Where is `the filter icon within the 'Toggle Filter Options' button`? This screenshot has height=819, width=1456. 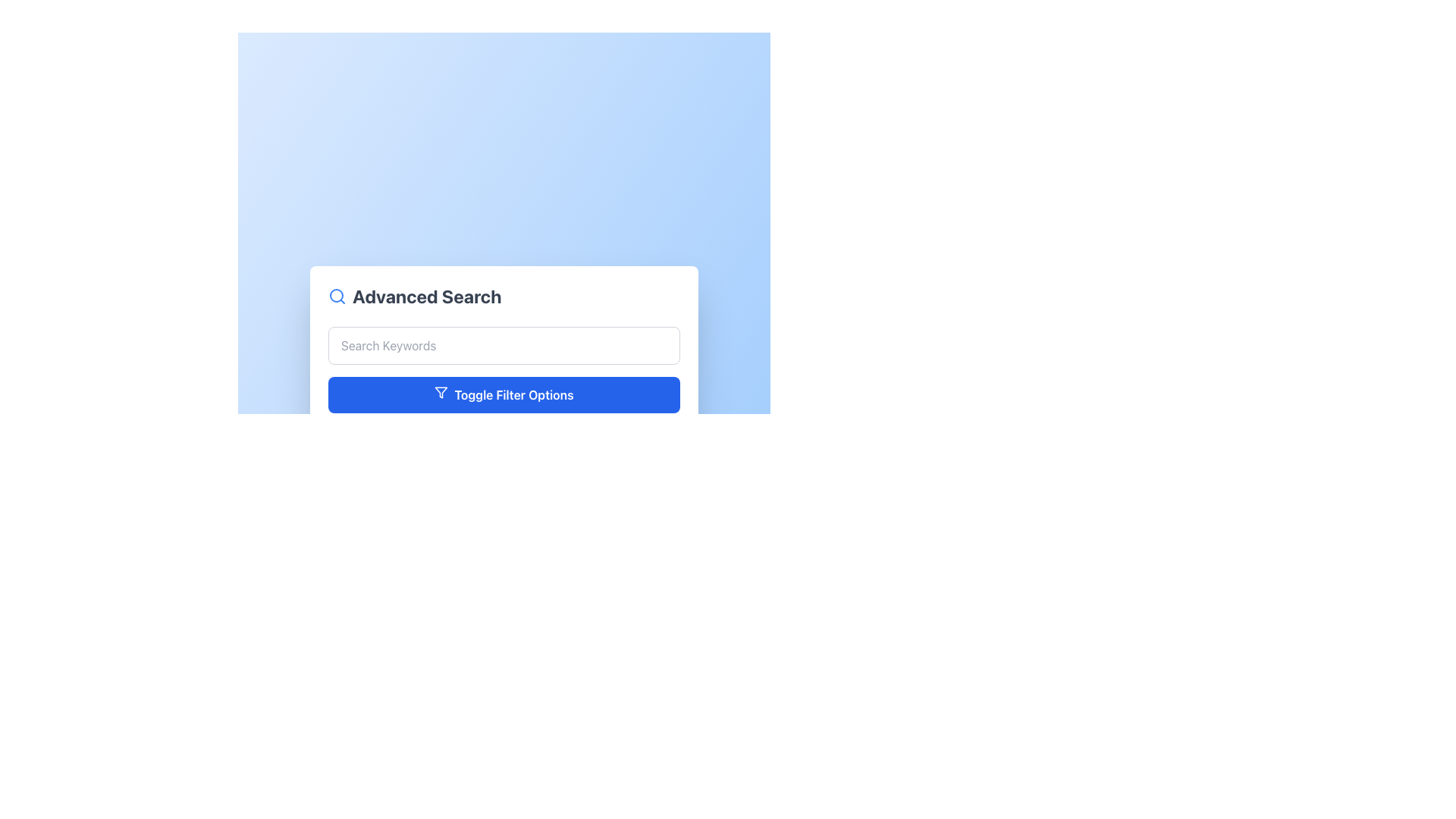 the filter icon within the 'Toggle Filter Options' button is located at coordinates (441, 391).